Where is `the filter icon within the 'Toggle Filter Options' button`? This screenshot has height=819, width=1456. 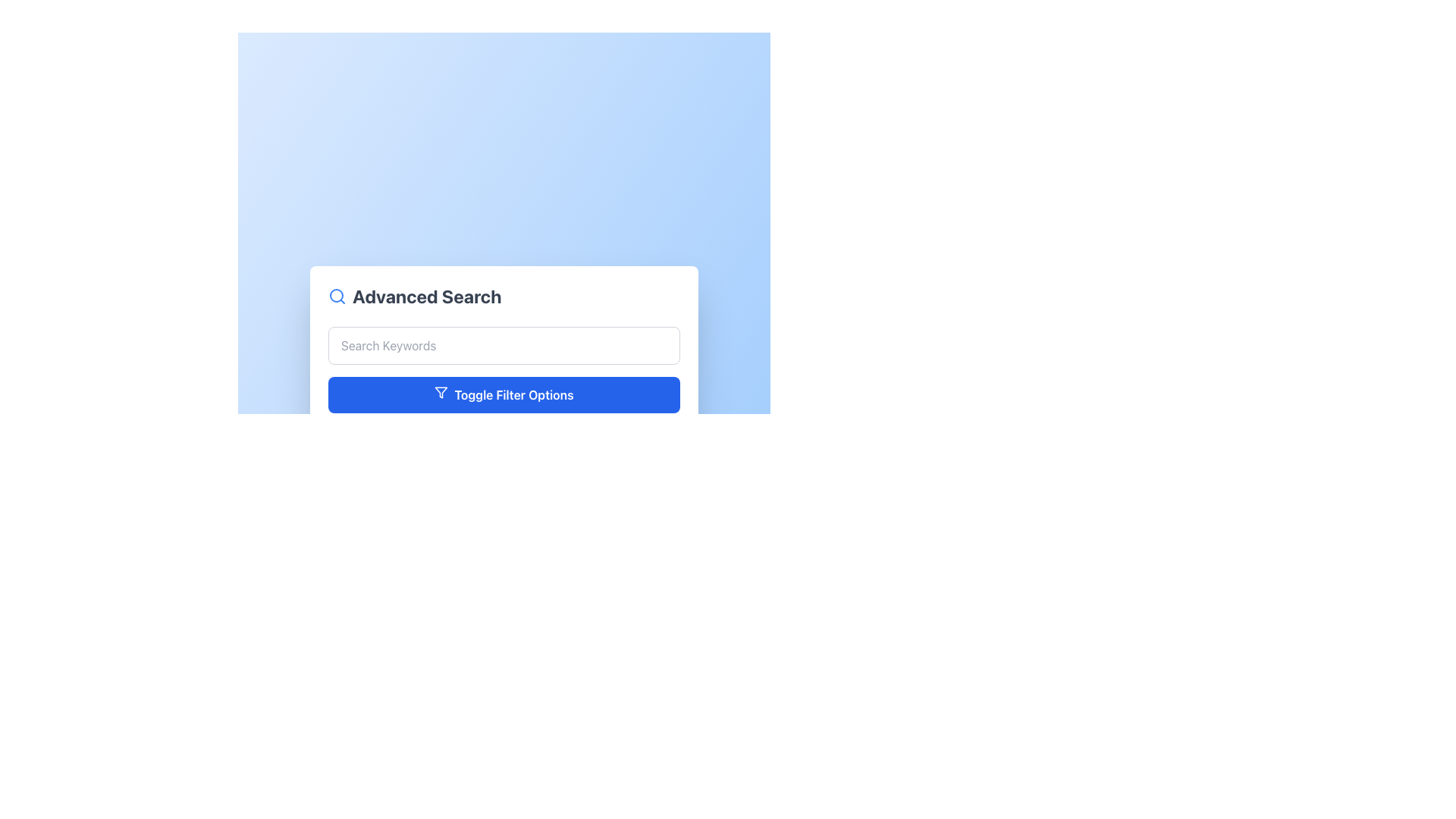 the filter icon within the 'Toggle Filter Options' button is located at coordinates (441, 391).